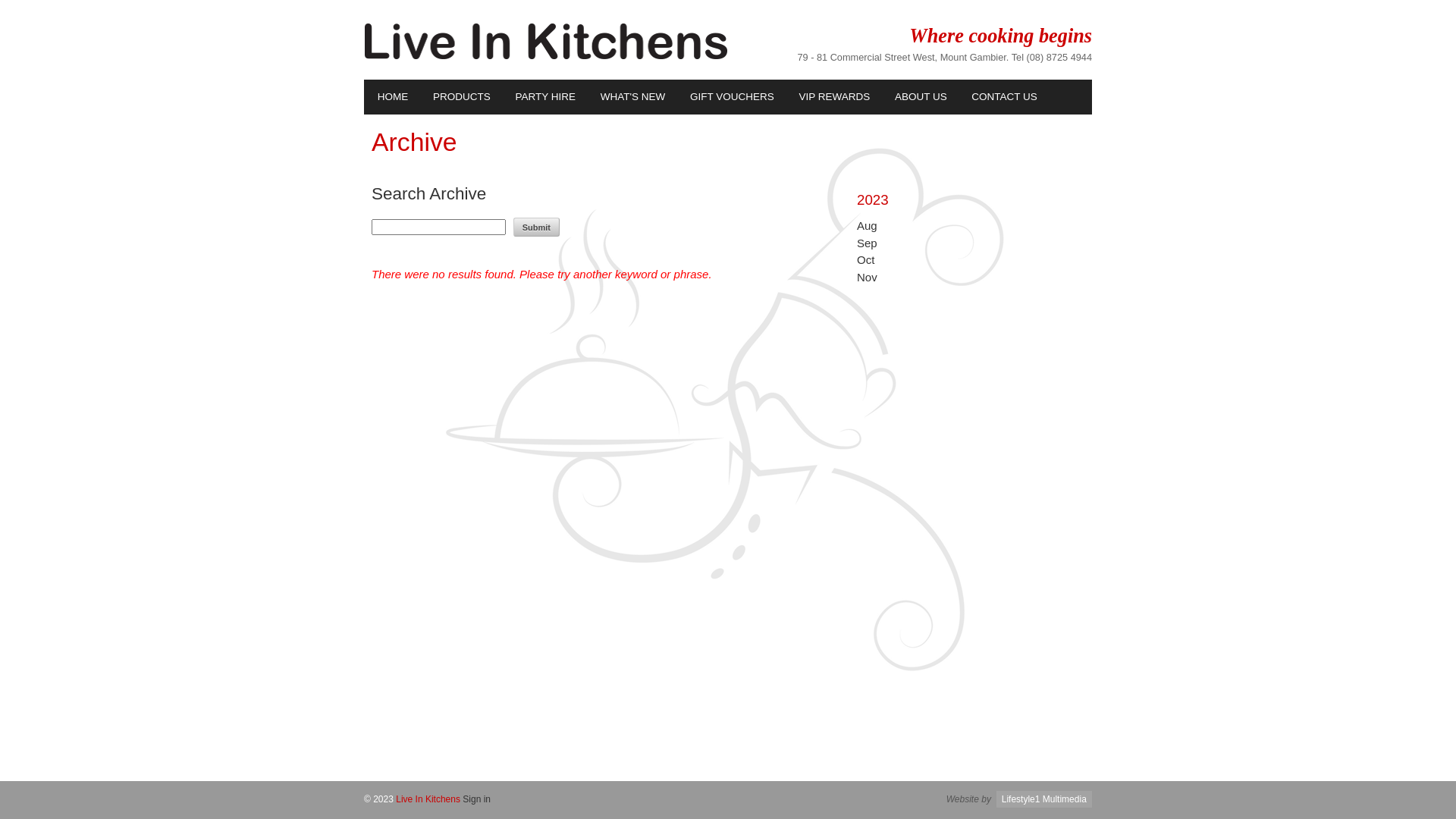  Describe the element at coordinates (544, 97) in the screenshot. I see `'PARTY HIRE'` at that location.